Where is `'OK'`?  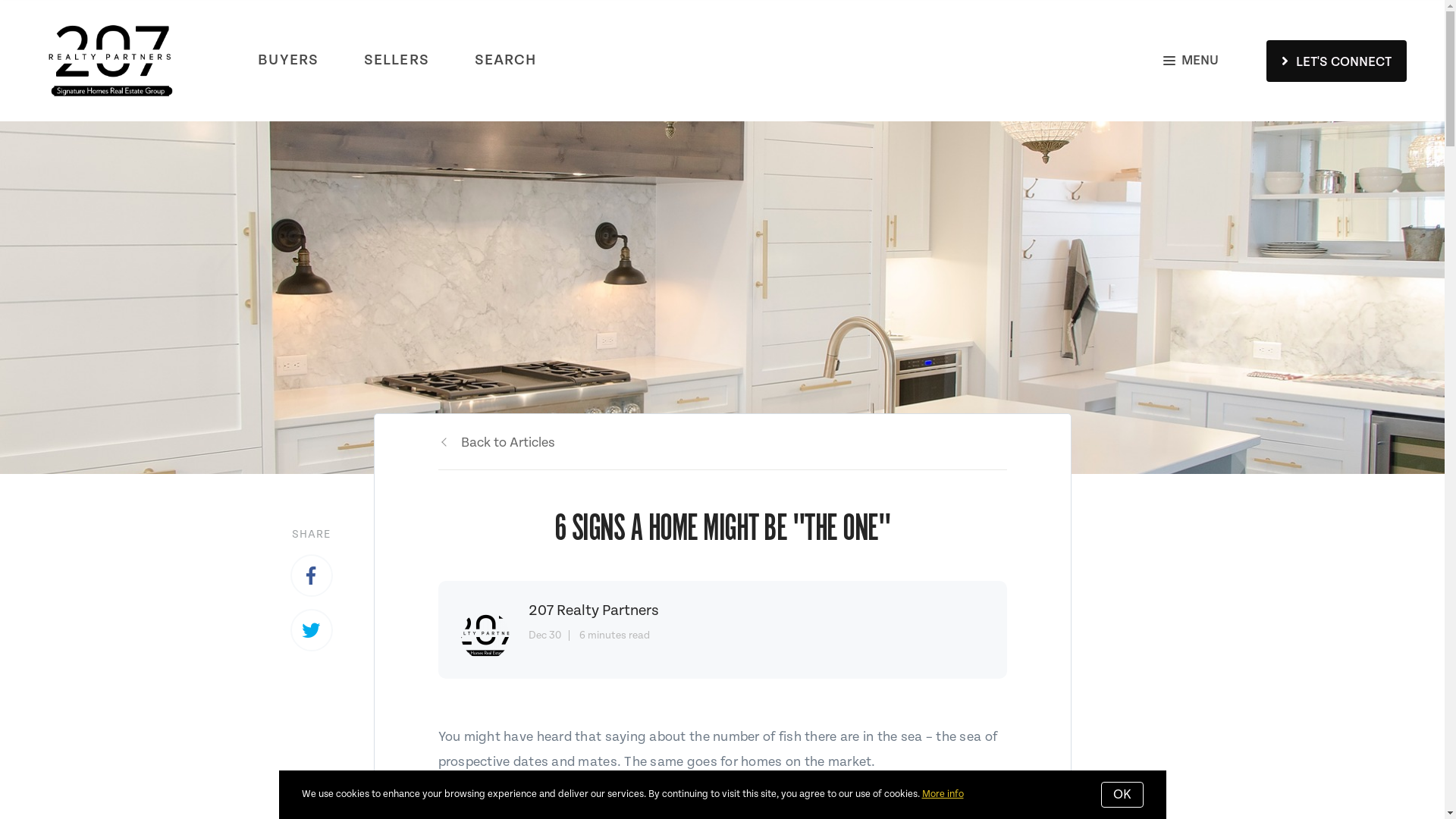 'OK' is located at coordinates (1122, 794).